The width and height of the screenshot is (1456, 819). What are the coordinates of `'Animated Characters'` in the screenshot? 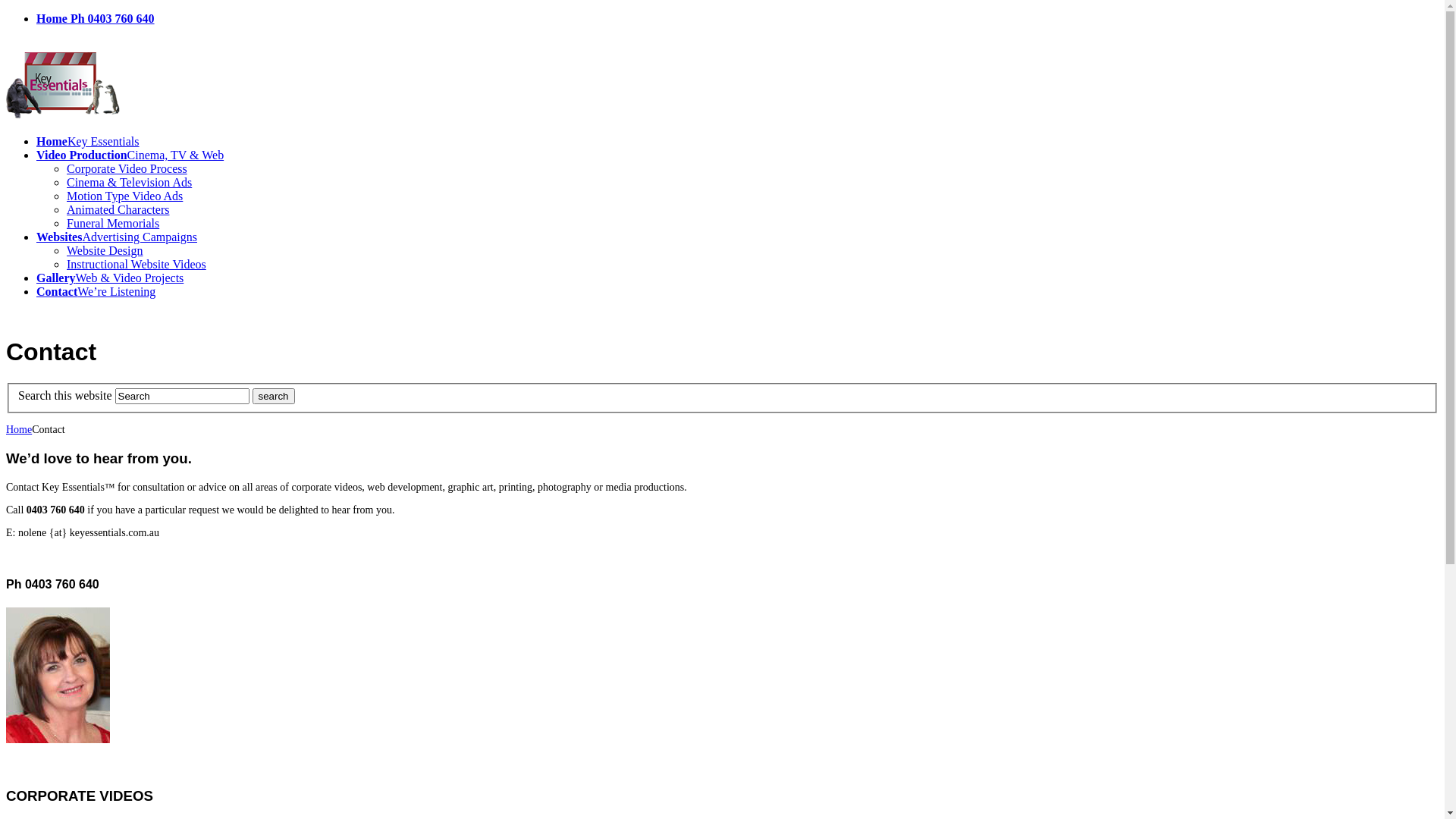 It's located at (118, 209).